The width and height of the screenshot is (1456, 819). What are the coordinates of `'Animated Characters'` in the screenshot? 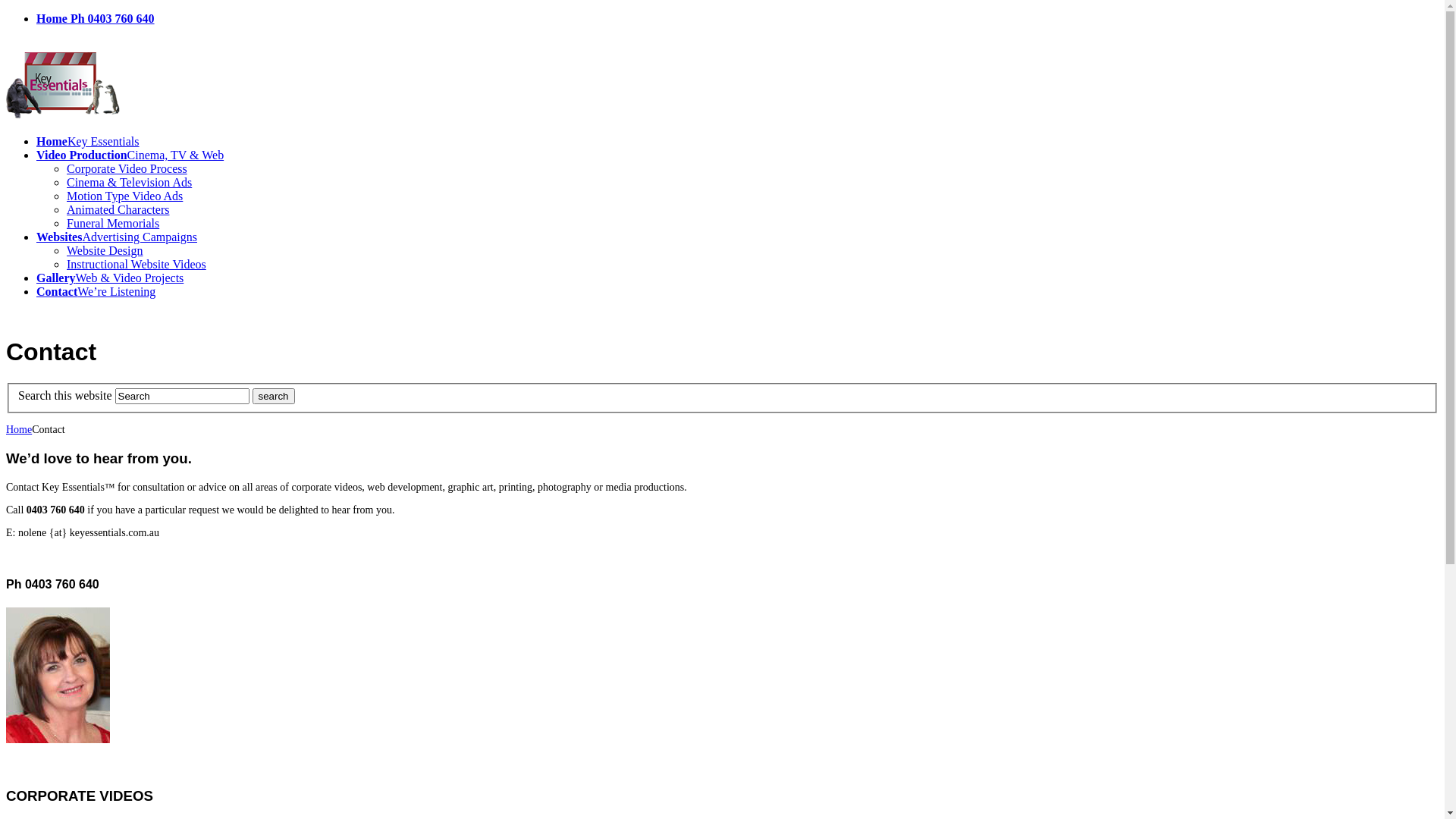 It's located at (118, 209).